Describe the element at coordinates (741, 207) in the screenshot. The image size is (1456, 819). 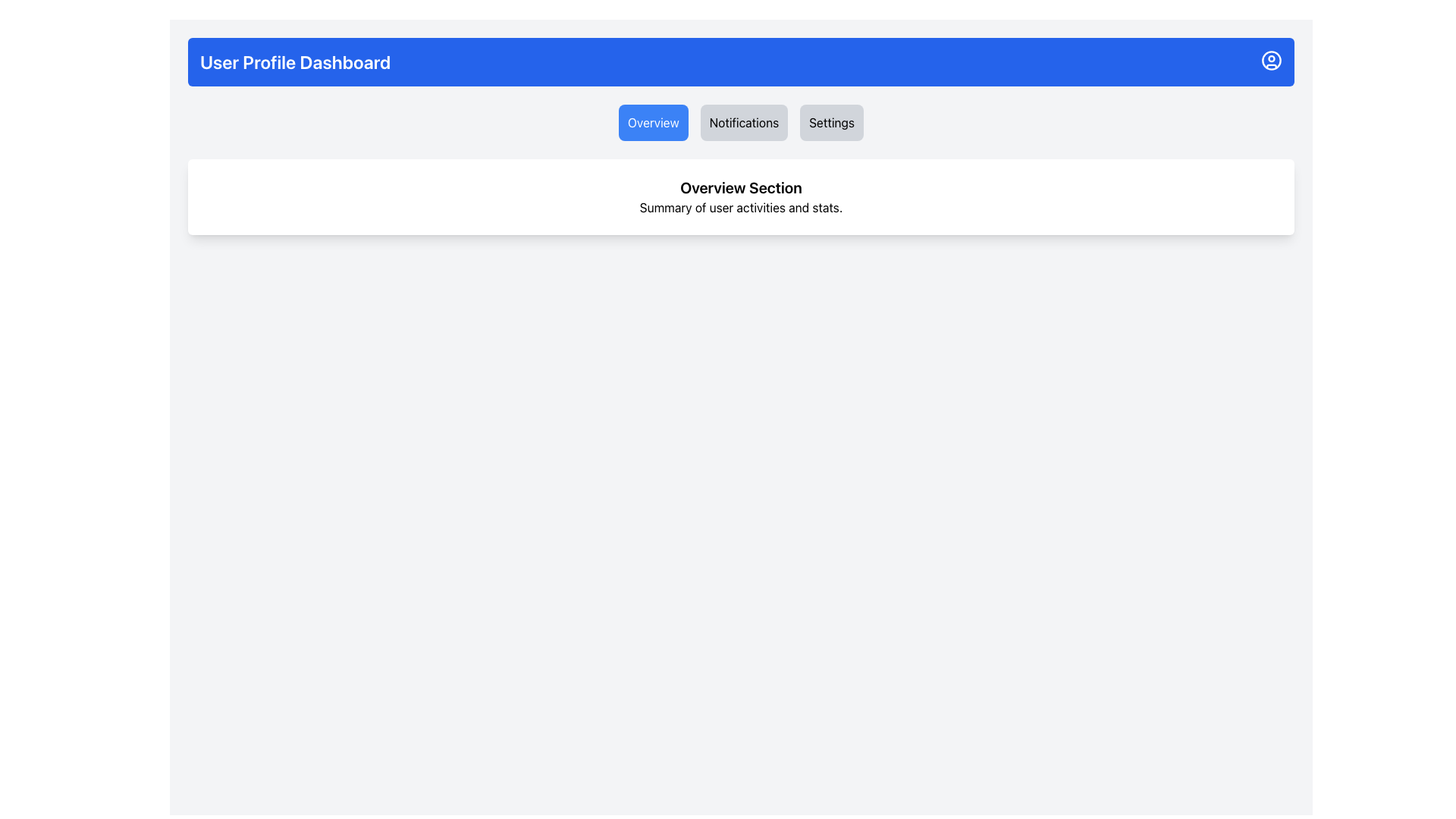
I see `the static text label reading 'Summary of user activities and stats.' which is located directly below the heading 'Overview Section.'` at that location.